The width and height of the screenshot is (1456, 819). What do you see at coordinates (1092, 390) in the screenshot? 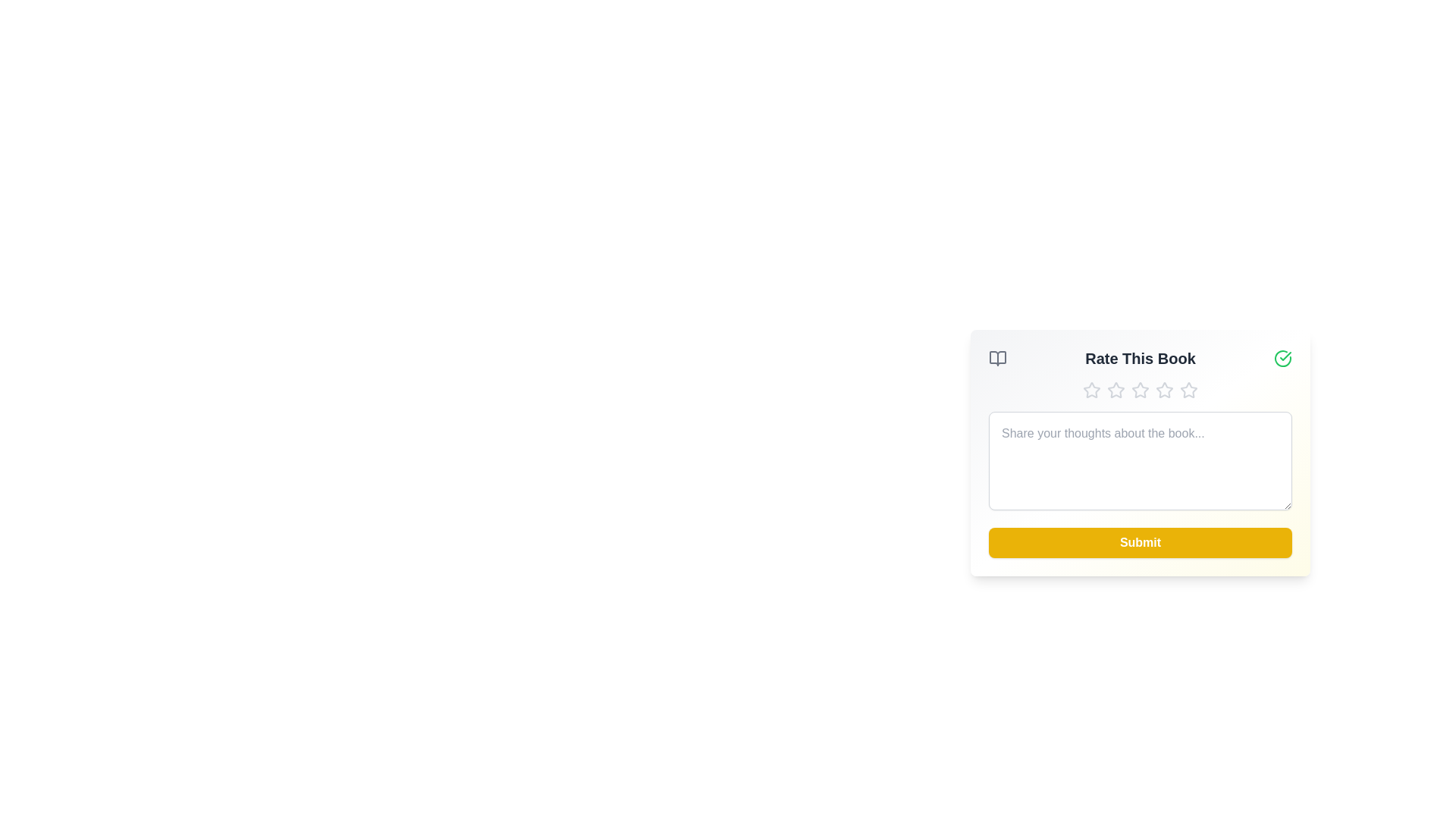
I see `the star corresponding to 1 to set the rating` at bounding box center [1092, 390].